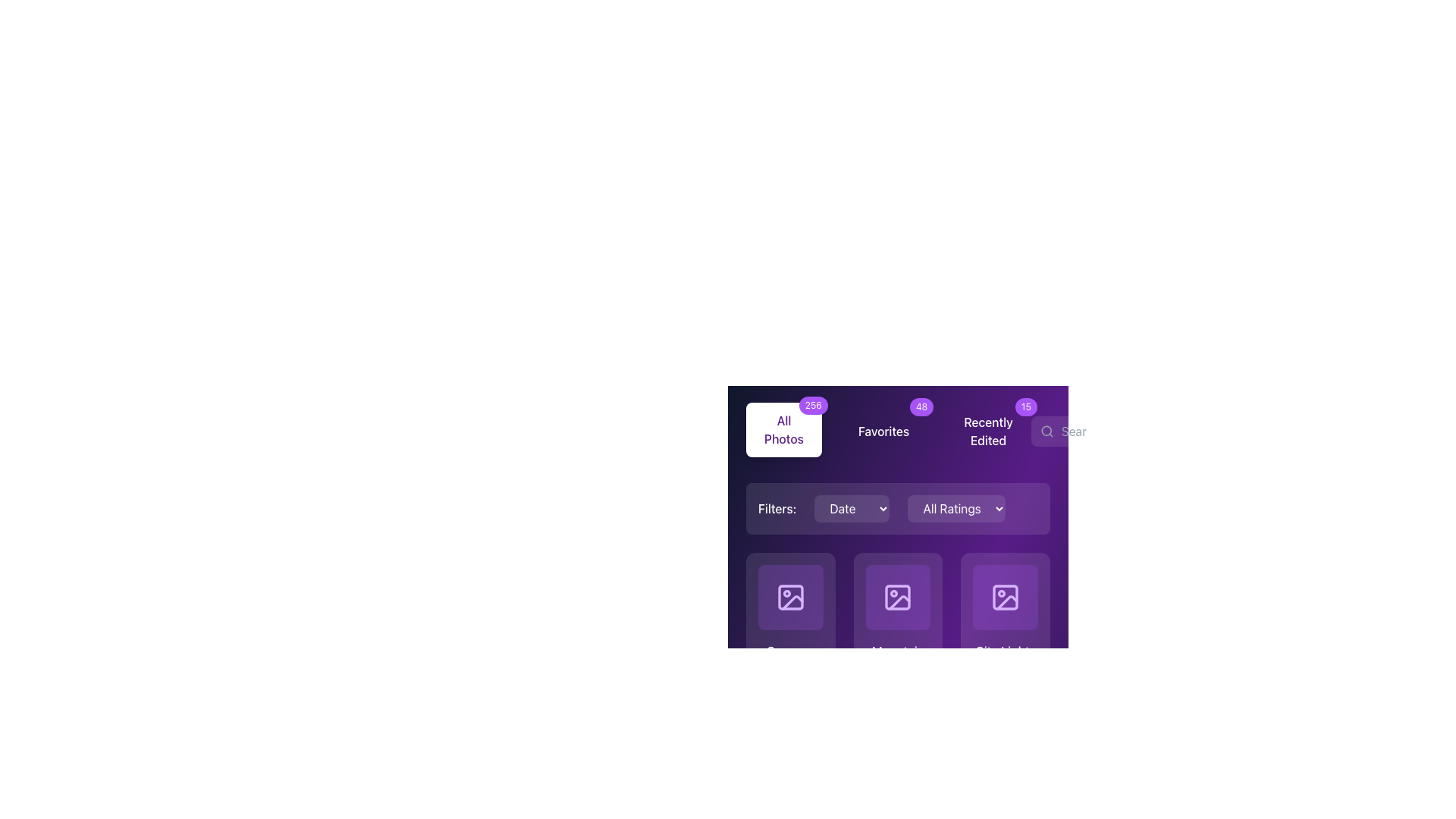 The height and width of the screenshot is (819, 1456). I want to click on the 'Date' dropdown button, which has a purple background and is styled with rounded edges, so click(852, 509).